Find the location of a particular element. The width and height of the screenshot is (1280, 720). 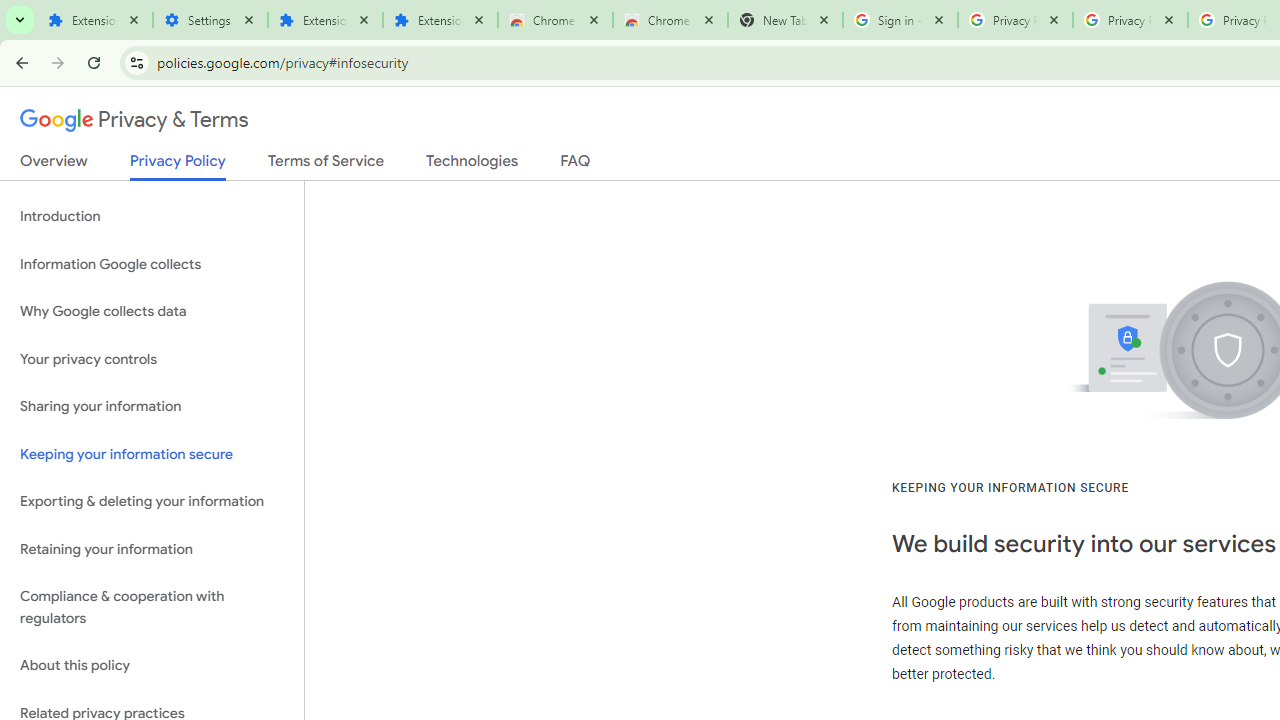

'Exporting & deleting your information' is located at coordinates (151, 501).